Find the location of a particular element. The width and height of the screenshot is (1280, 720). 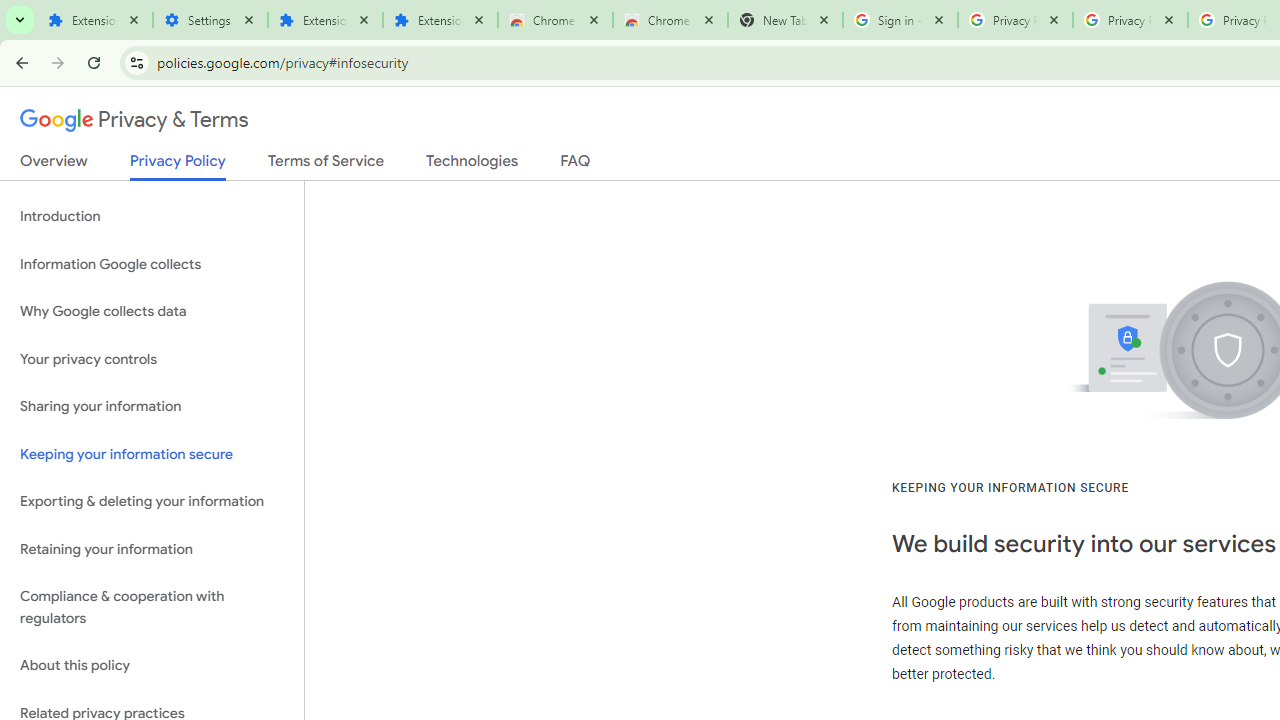

'Exporting & deleting your information' is located at coordinates (151, 501).